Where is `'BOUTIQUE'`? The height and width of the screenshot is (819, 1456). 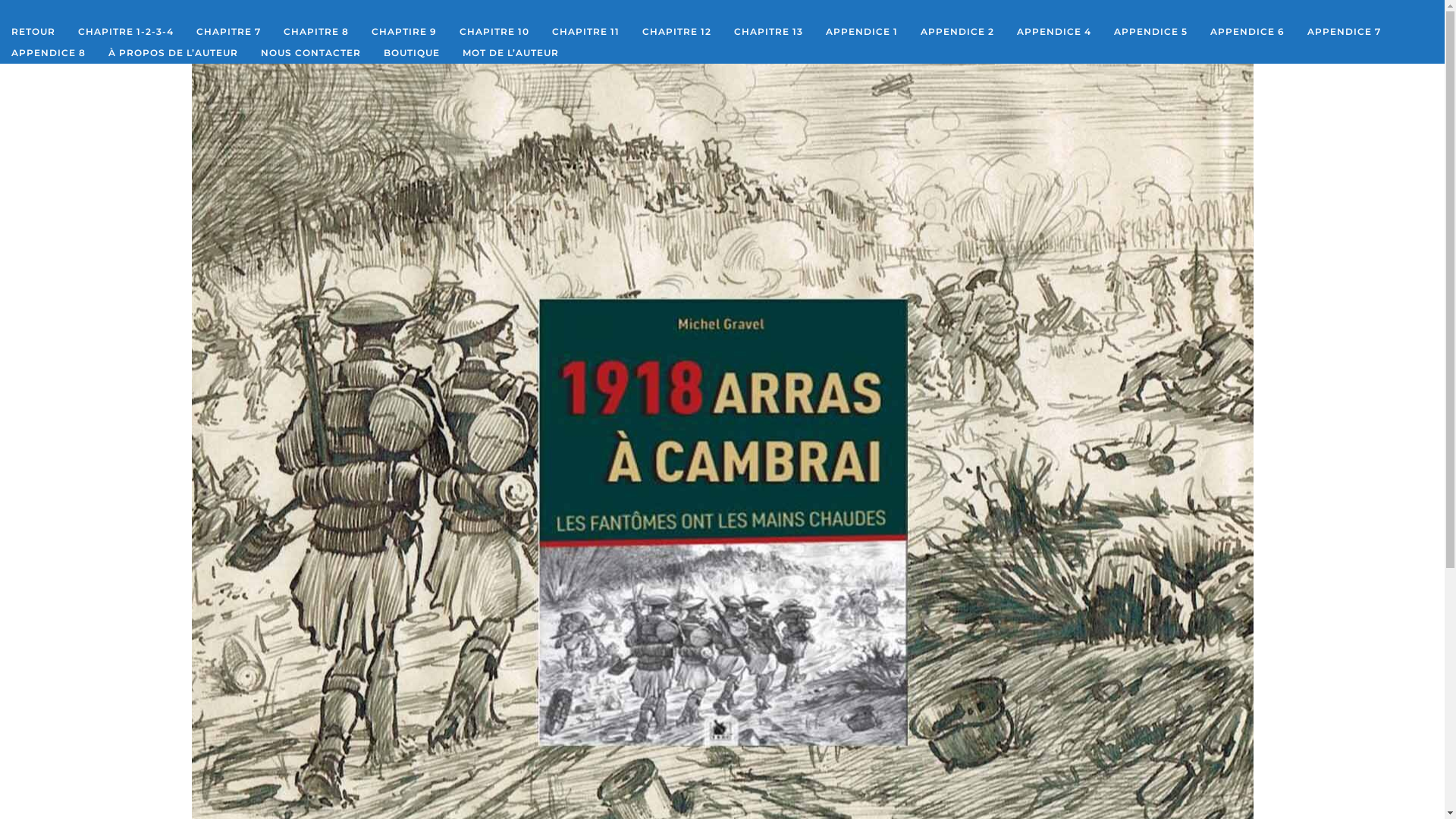
'BOUTIQUE' is located at coordinates (411, 52).